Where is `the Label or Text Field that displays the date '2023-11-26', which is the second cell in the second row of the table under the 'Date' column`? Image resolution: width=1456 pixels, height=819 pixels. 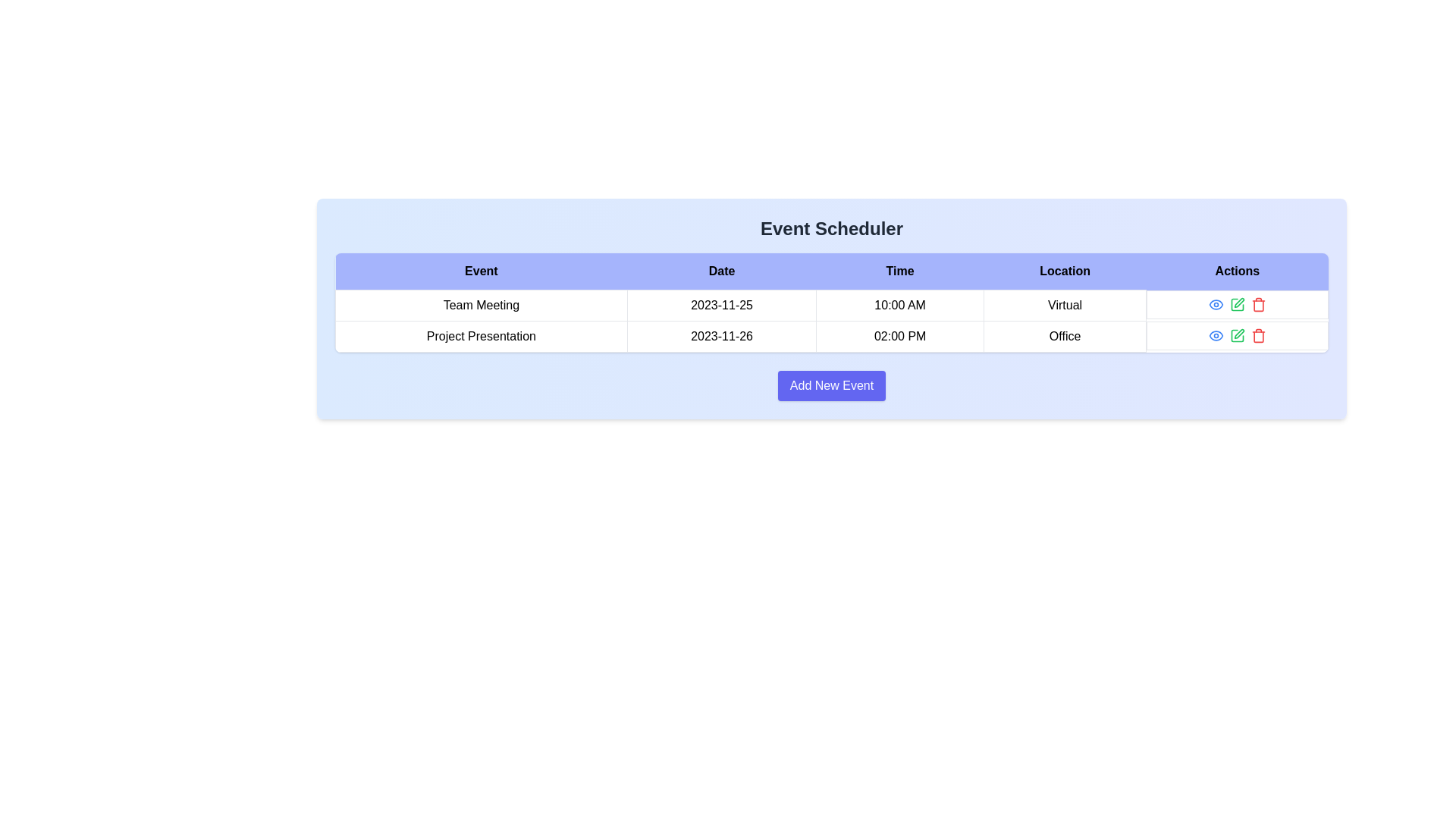
the Label or Text Field that displays the date '2023-11-26', which is the second cell in the second row of the table under the 'Date' column is located at coordinates (721, 335).